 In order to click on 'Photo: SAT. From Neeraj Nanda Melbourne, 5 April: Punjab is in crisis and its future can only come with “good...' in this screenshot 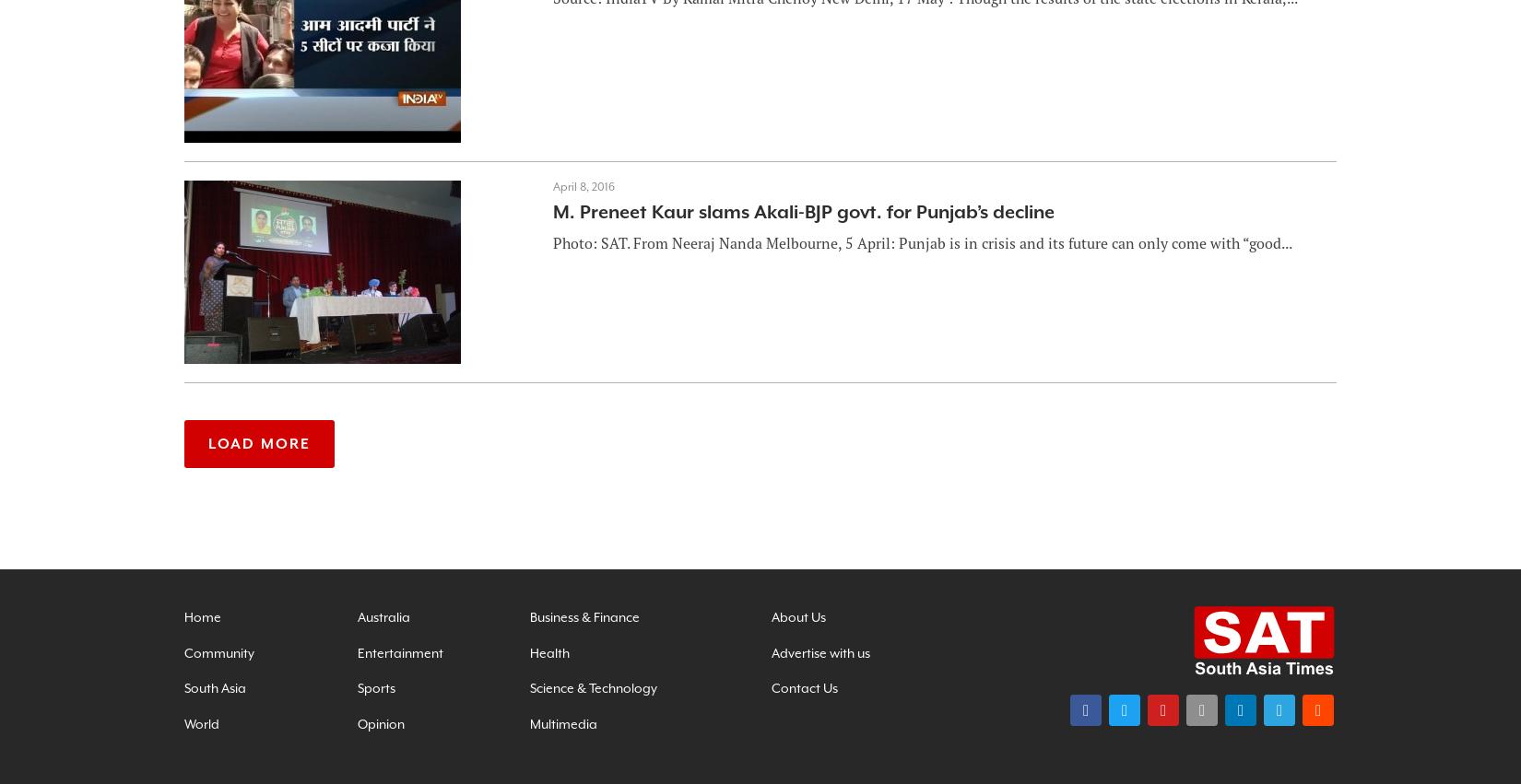, I will do `click(922, 240)`.